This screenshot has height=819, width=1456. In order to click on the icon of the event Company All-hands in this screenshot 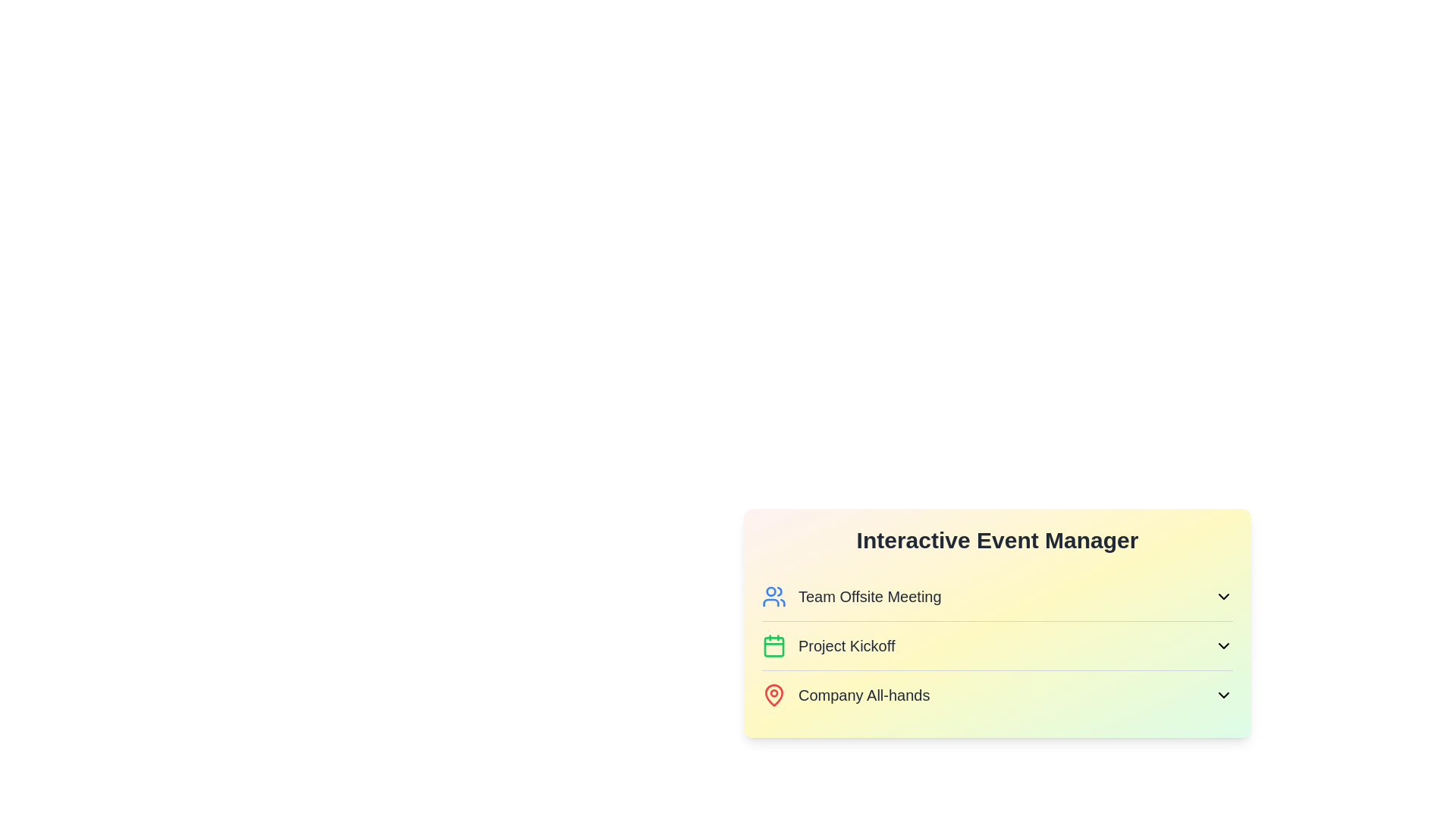, I will do `click(774, 695)`.